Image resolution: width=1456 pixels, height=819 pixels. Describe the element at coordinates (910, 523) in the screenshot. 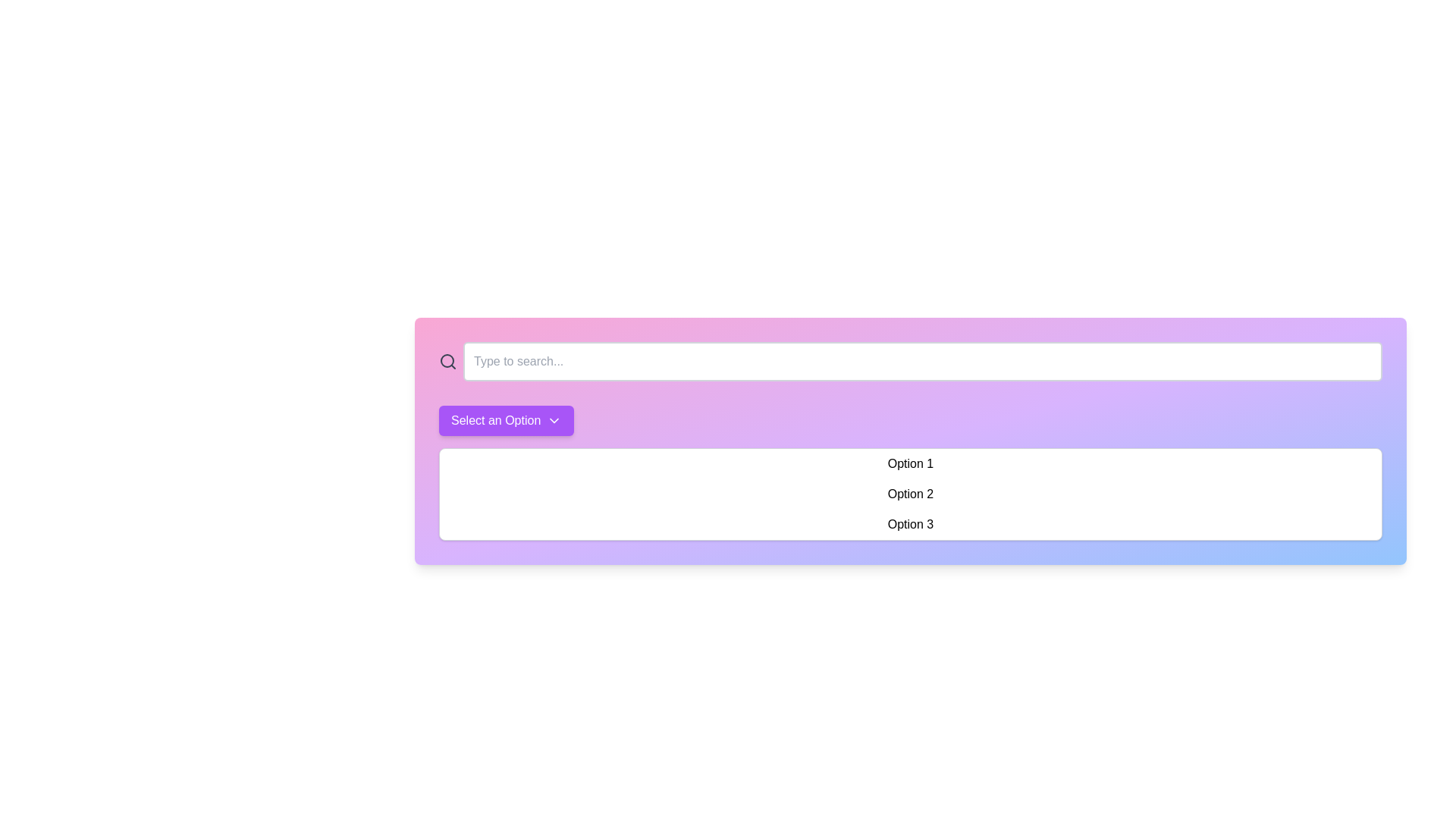

I see `the 'Option 3' list item located at the bottom of the dropdown` at that location.